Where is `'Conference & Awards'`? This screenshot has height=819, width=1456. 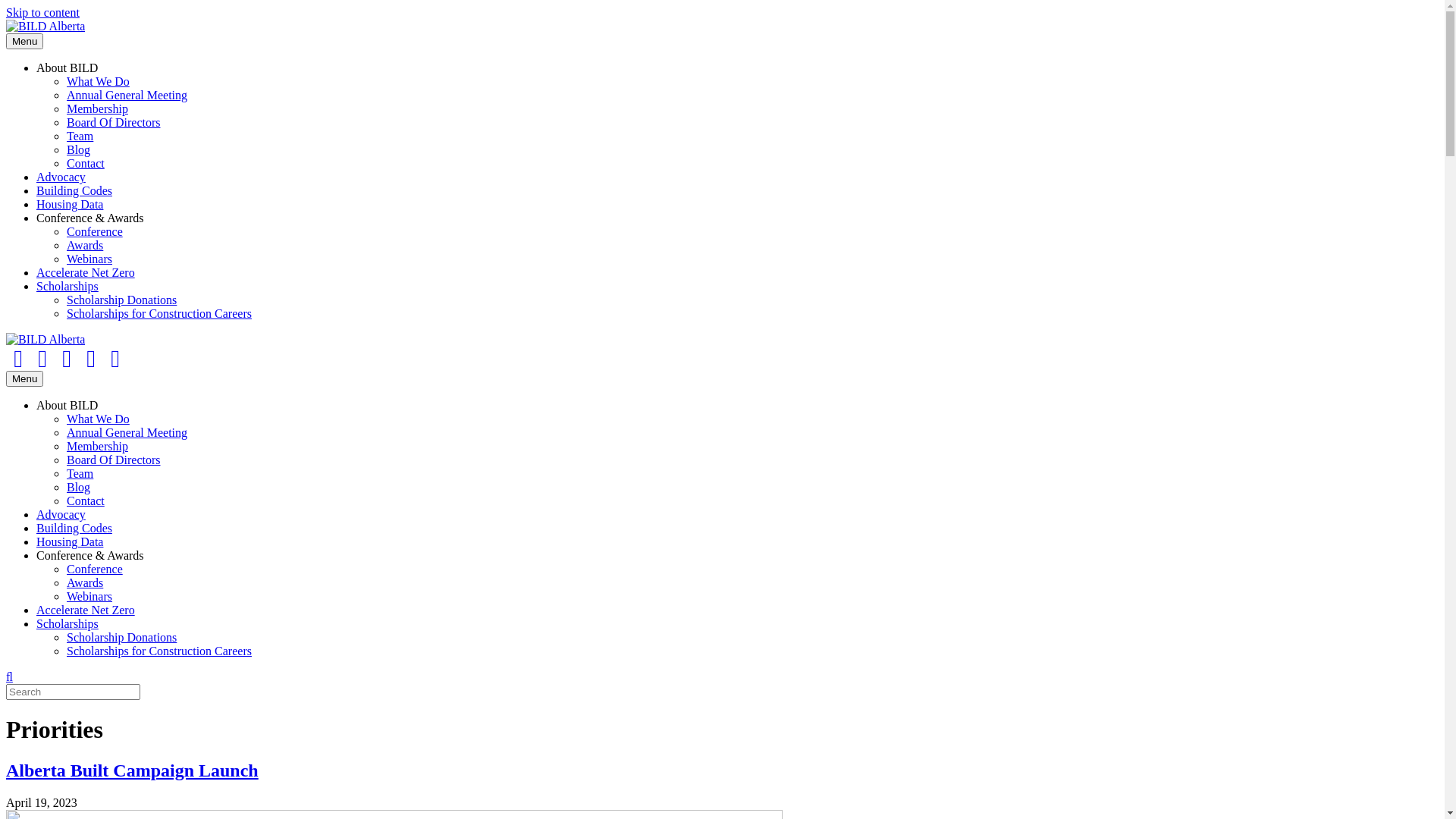
'Conference & Awards' is located at coordinates (89, 218).